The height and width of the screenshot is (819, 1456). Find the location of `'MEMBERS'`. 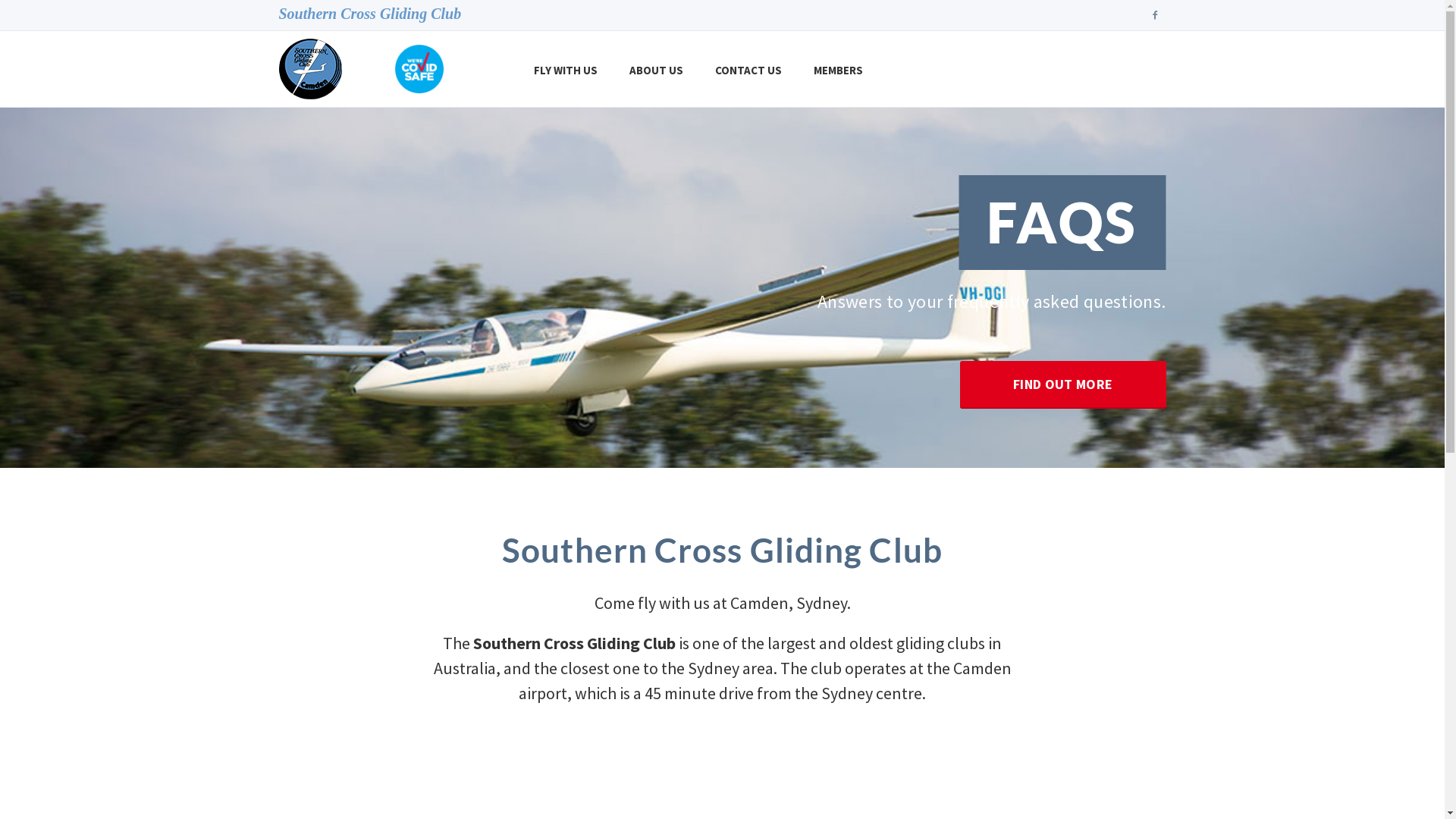

'MEMBERS' is located at coordinates (796, 69).